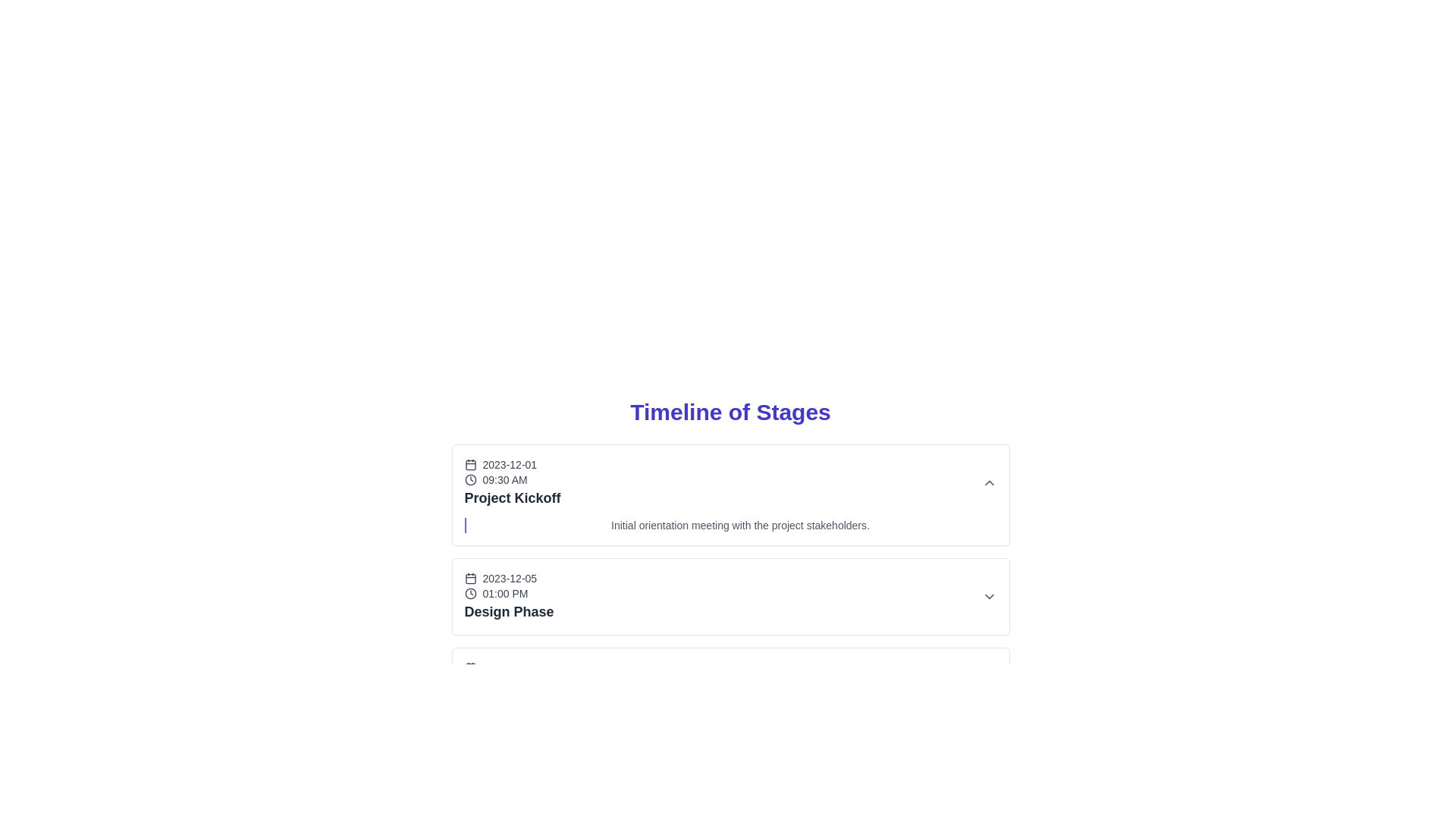 Image resolution: width=1456 pixels, height=819 pixels. I want to click on the calendar icon located to the left of the '2023-12-05' text block, which represents the date of a timeline entry, so click(469, 579).